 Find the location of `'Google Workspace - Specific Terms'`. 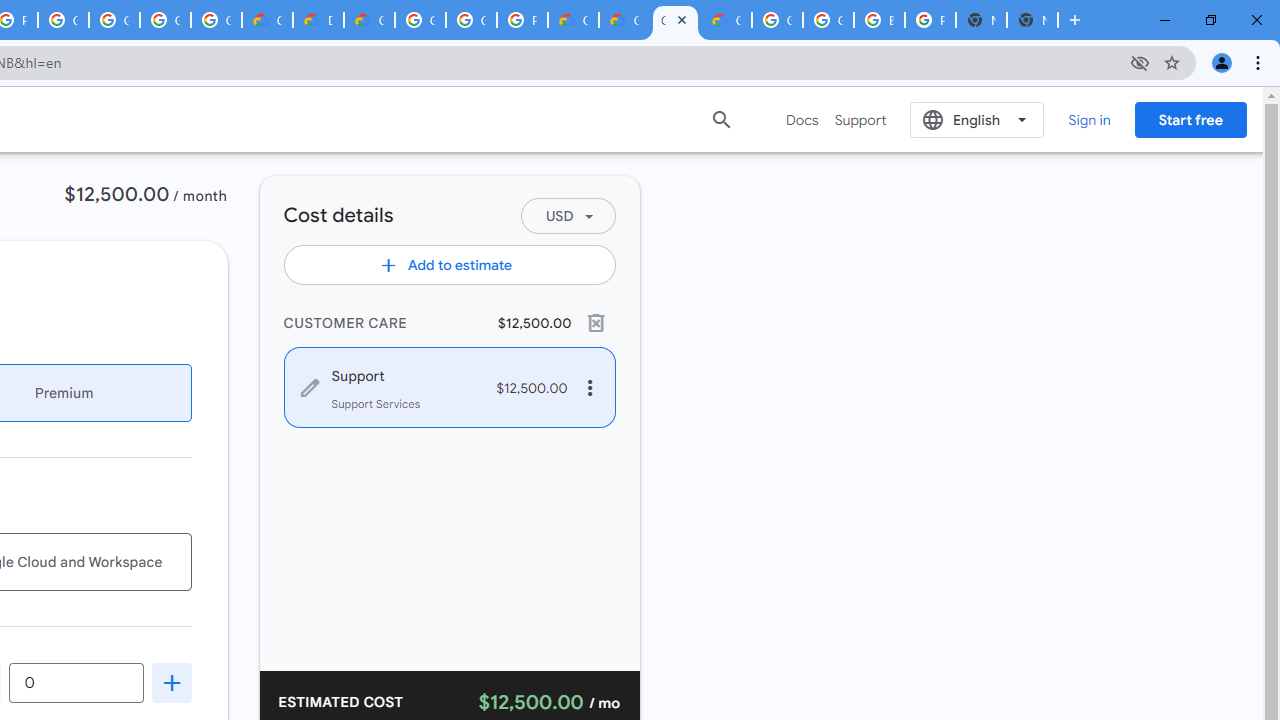

'Google Workspace - Specific Terms' is located at coordinates (165, 20).